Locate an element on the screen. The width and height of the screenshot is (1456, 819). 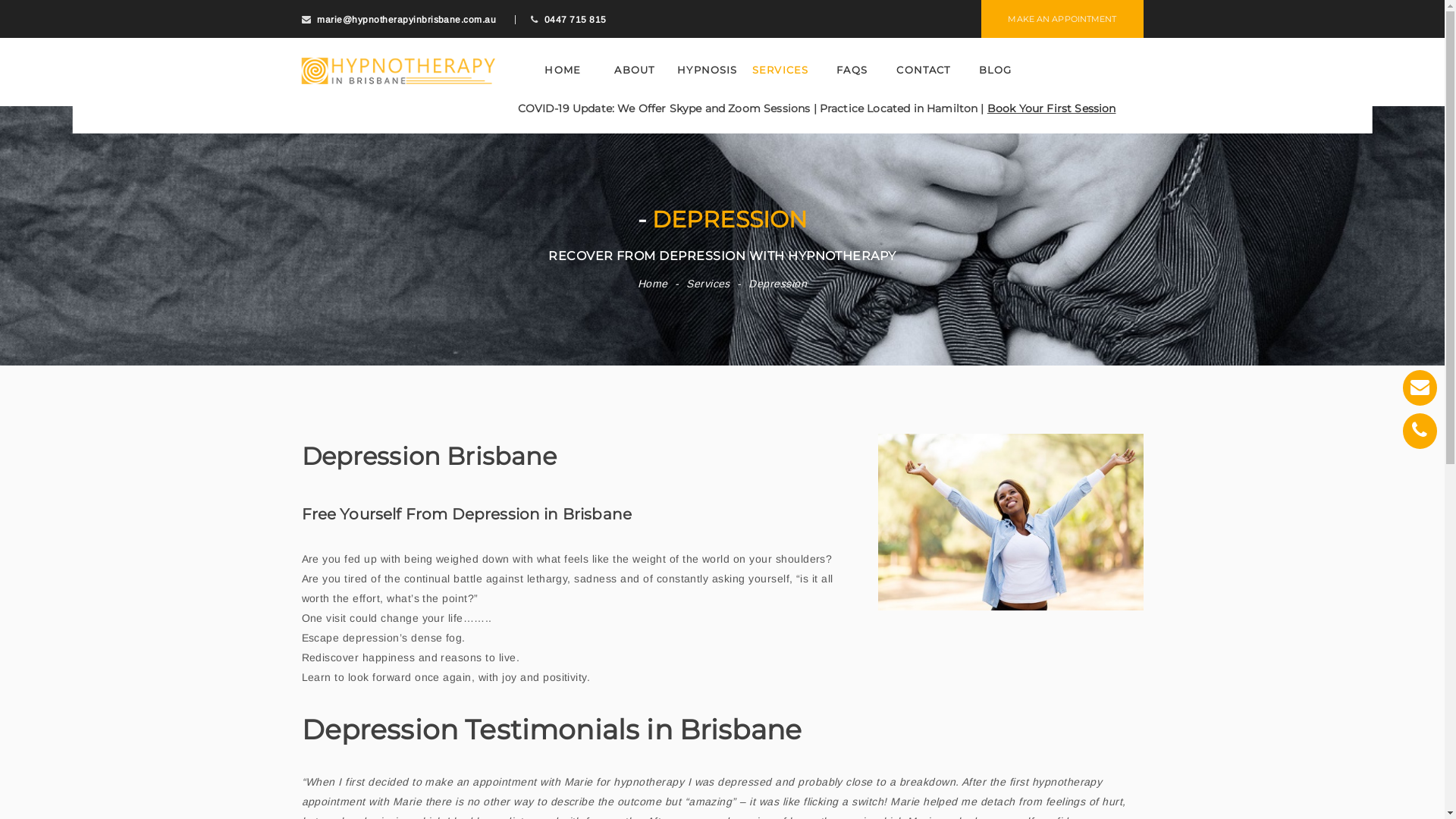
'ABOUT' is located at coordinates (634, 70).